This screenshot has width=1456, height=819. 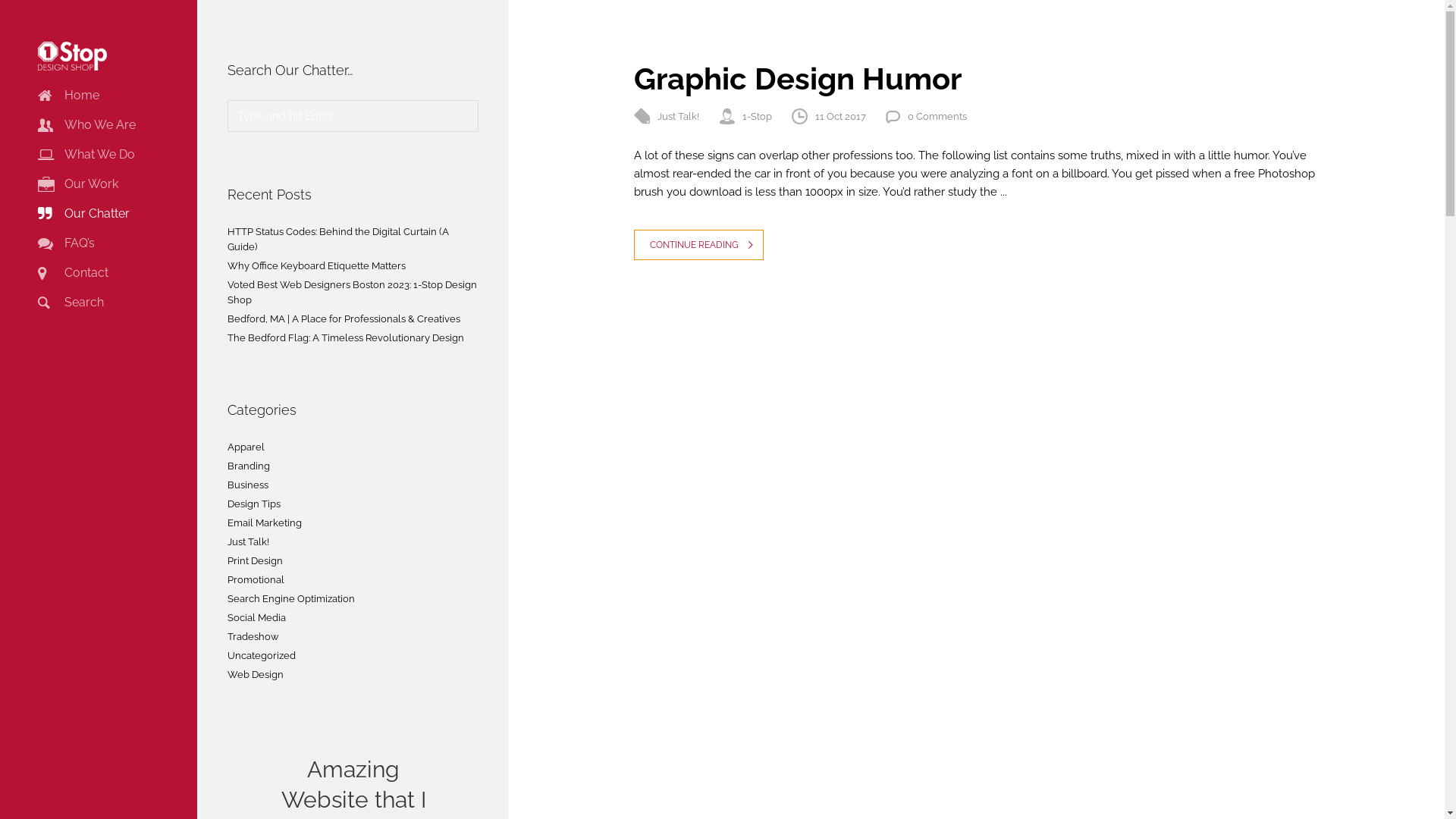 What do you see at coordinates (256, 617) in the screenshot?
I see `'Social Media'` at bounding box center [256, 617].